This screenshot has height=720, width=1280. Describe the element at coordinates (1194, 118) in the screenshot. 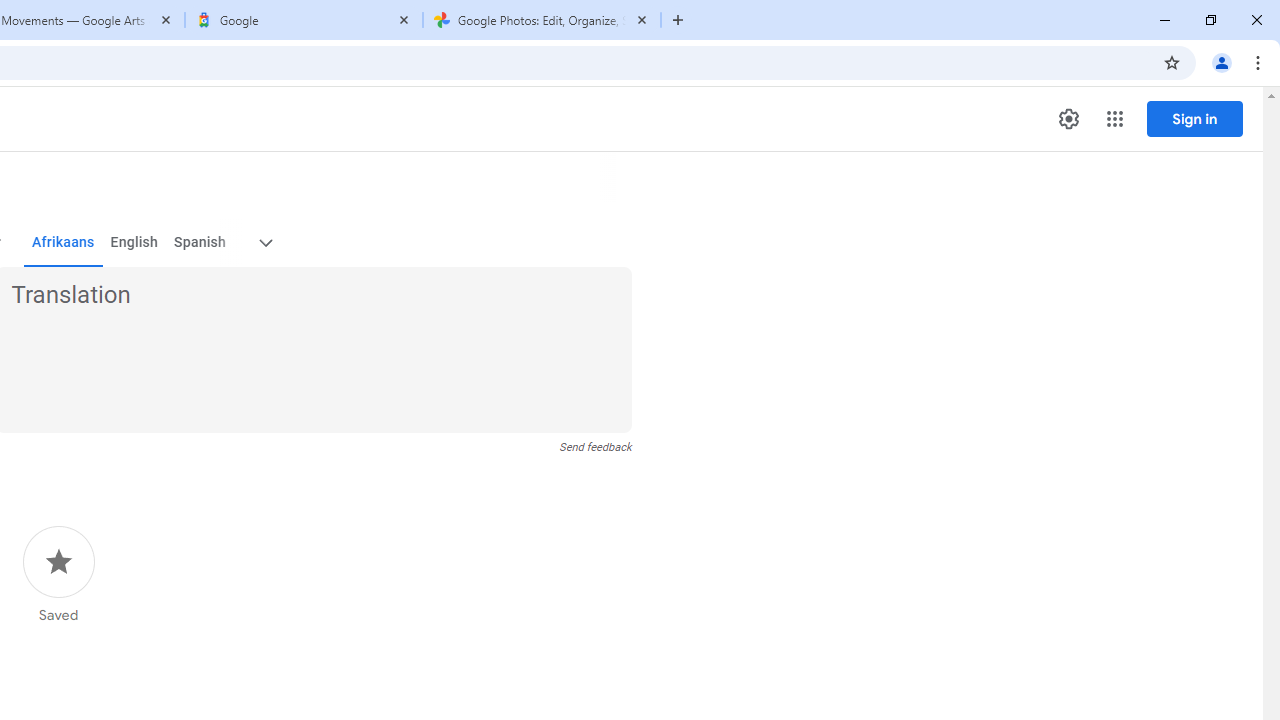

I see `'Sign in'` at that location.